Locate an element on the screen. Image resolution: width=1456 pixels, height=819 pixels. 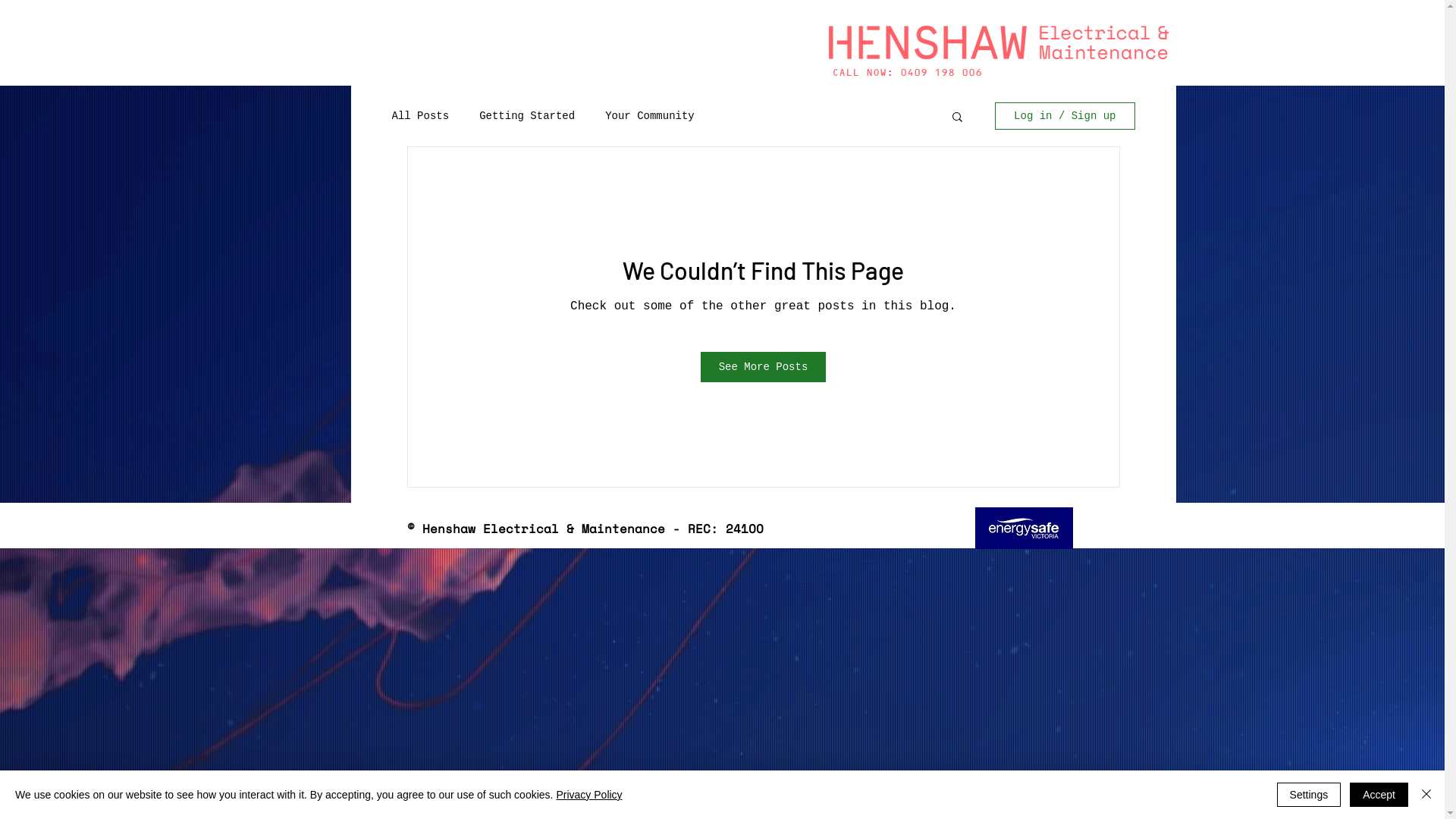
'All Posts' is located at coordinates (419, 115).